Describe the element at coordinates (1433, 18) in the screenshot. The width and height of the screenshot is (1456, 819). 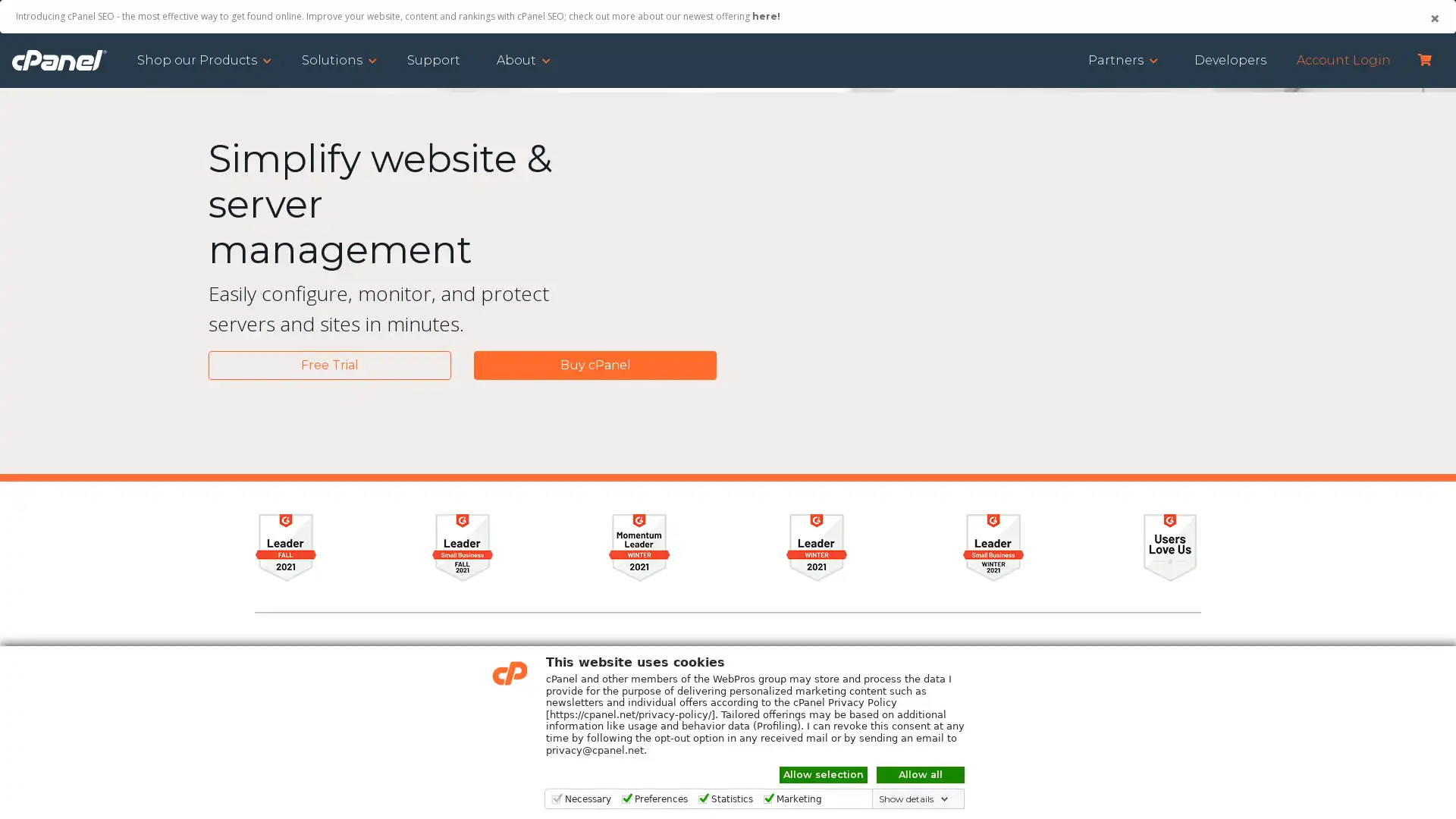
I see `Close` at that location.